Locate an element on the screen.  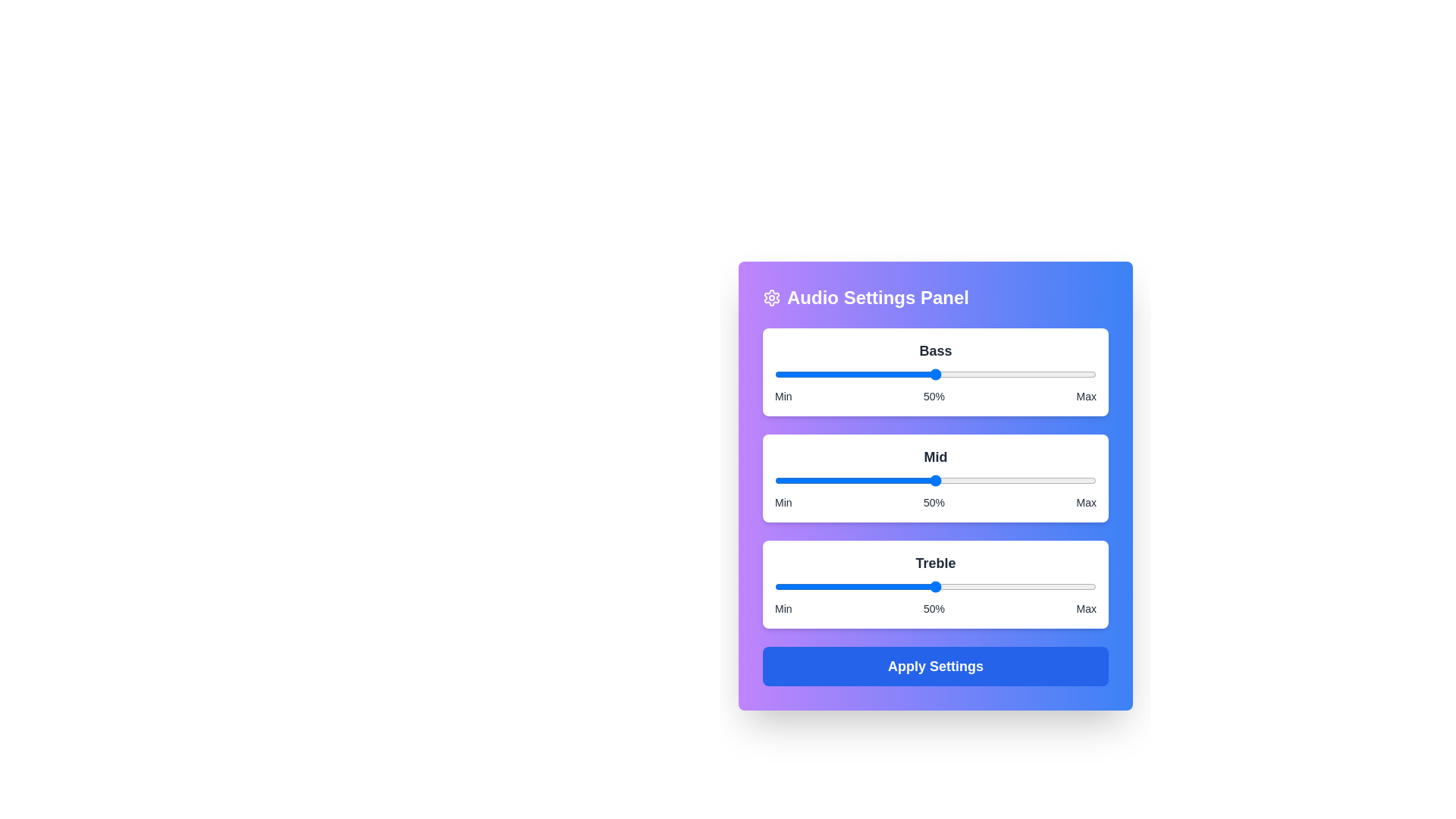
the label displaying 'Min', '50%', and 'Max' within the 'Treble' section of the audio settings panel, which is located below the slider component is located at coordinates (934, 607).